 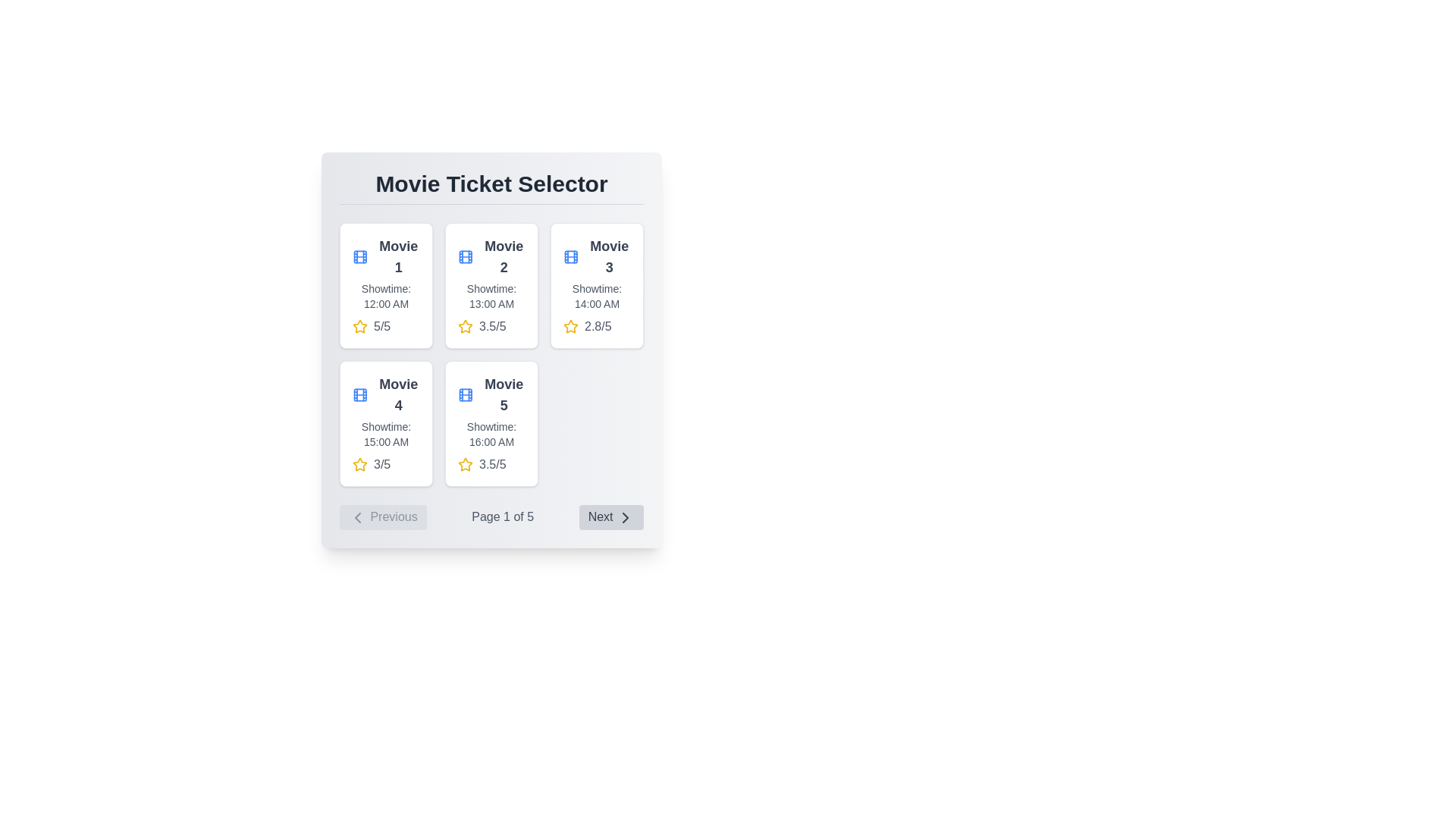 I want to click on the decorative rating indicator consisting of a yellow star icon and the text '5/5' located in the card for 'Movie 1' below the 'Showtime: 12:00 AM' text, so click(x=386, y=326).